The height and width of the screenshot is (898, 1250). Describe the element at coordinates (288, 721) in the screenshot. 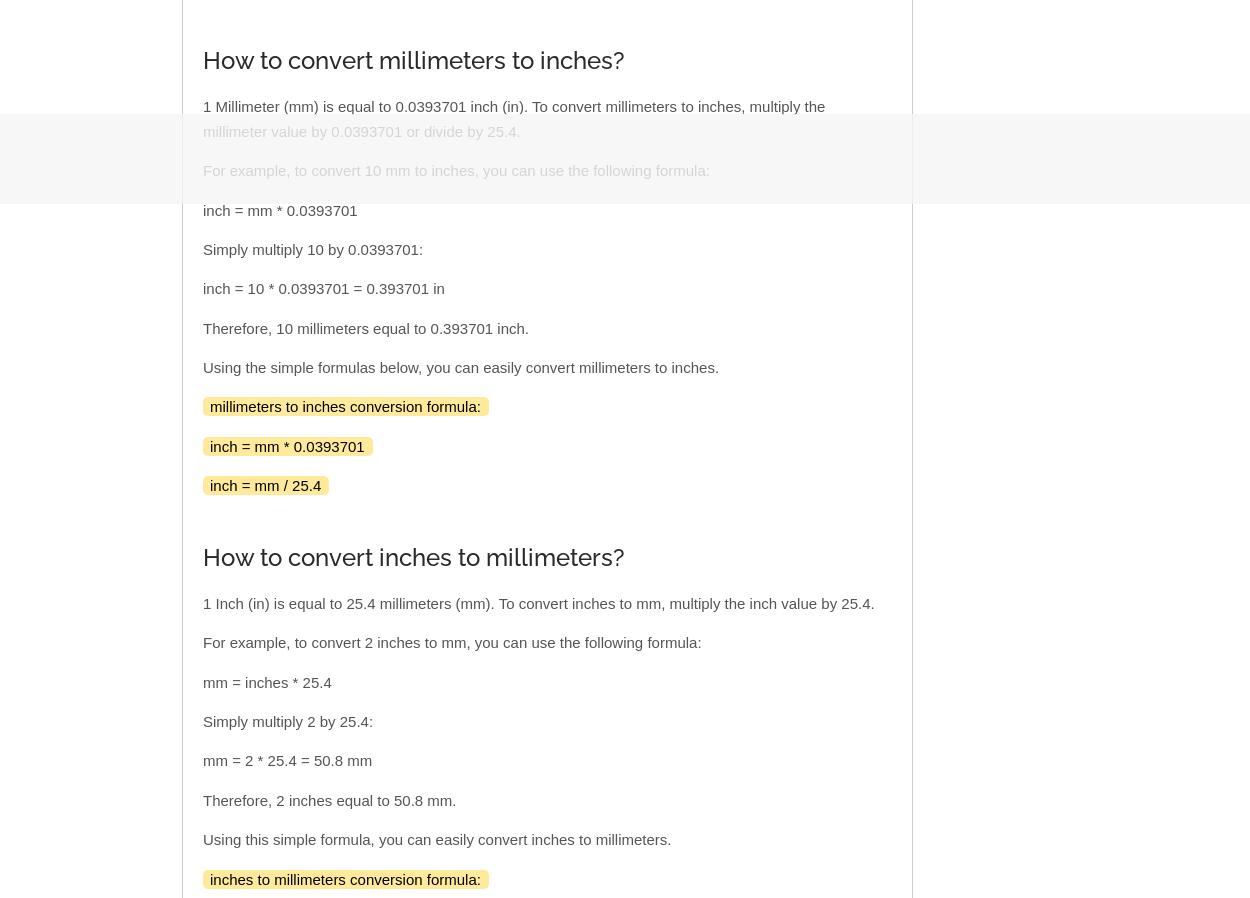

I see `'Simply multiply 2 by 25.4:'` at that location.